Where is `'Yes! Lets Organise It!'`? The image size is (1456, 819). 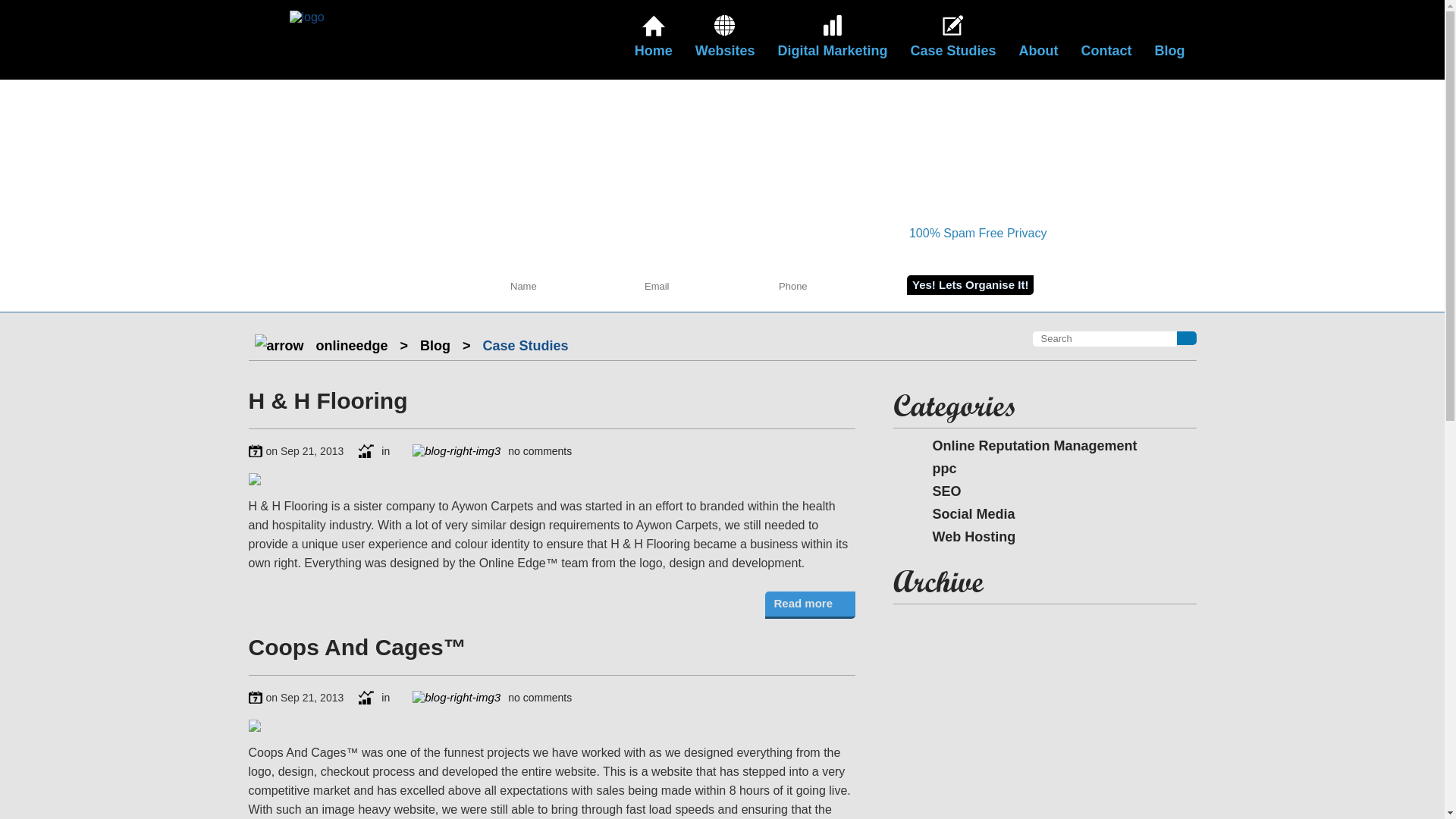 'Yes! Lets Organise It!' is located at coordinates (969, 284).